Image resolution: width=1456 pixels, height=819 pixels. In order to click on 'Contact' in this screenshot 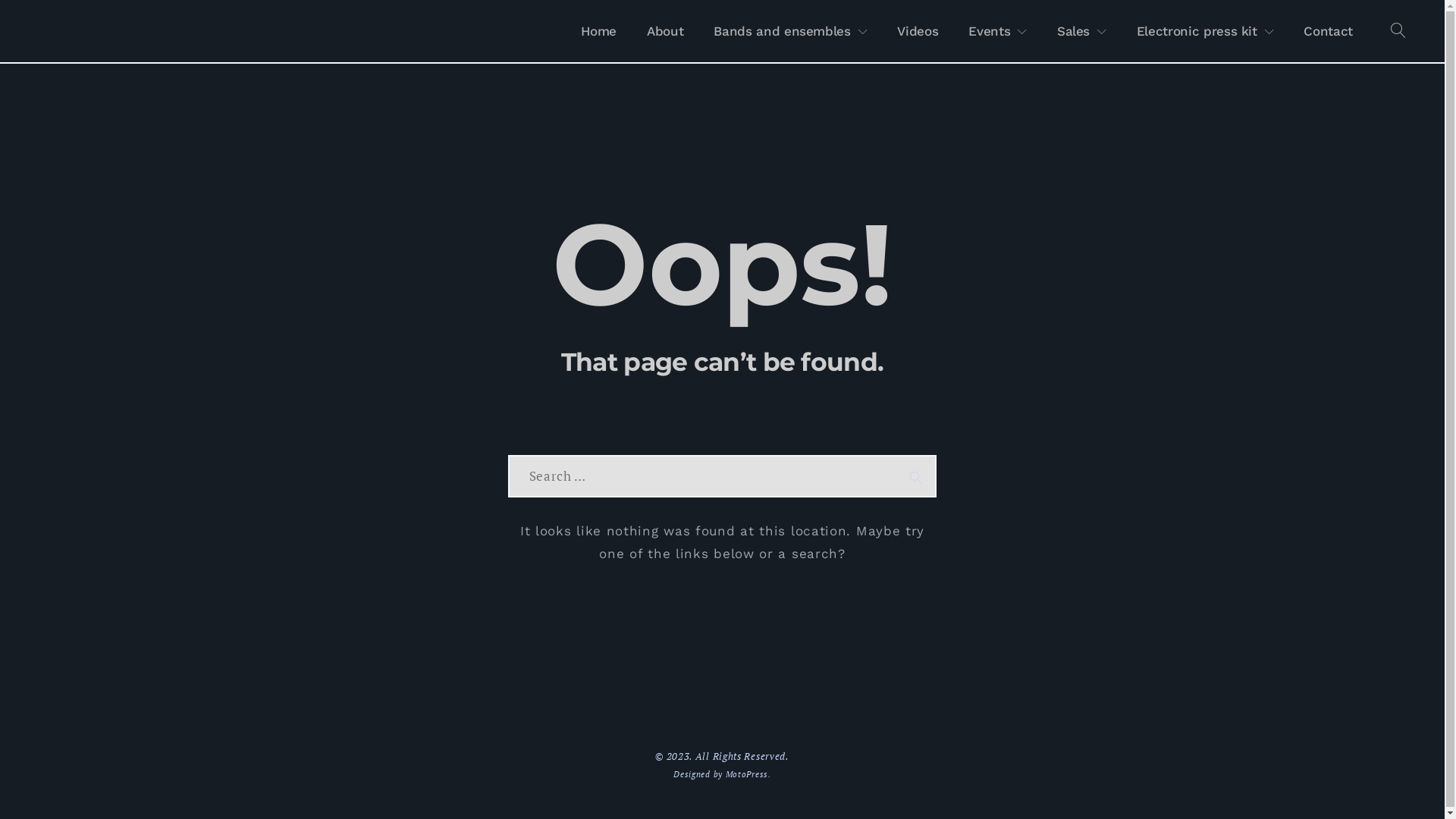, I will do `click(1327, 31)`.